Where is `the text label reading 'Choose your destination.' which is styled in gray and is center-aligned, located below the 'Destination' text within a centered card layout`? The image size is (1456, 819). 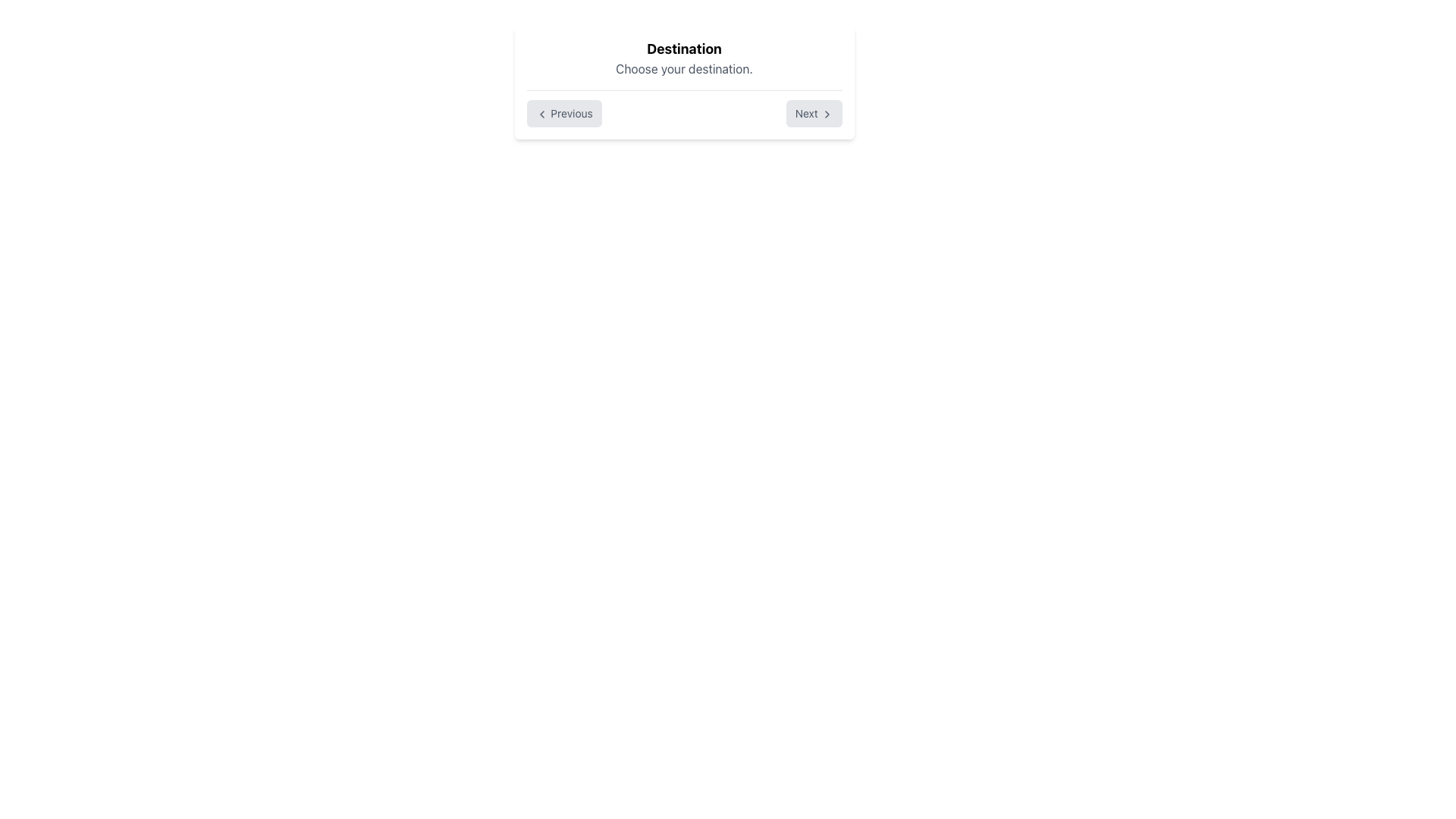 the text label reading 'Choose your destination.' which is styled in gray and is center-aligned, located below the 'Destination' text within a centered card layout is located at coordinates (683, 69).